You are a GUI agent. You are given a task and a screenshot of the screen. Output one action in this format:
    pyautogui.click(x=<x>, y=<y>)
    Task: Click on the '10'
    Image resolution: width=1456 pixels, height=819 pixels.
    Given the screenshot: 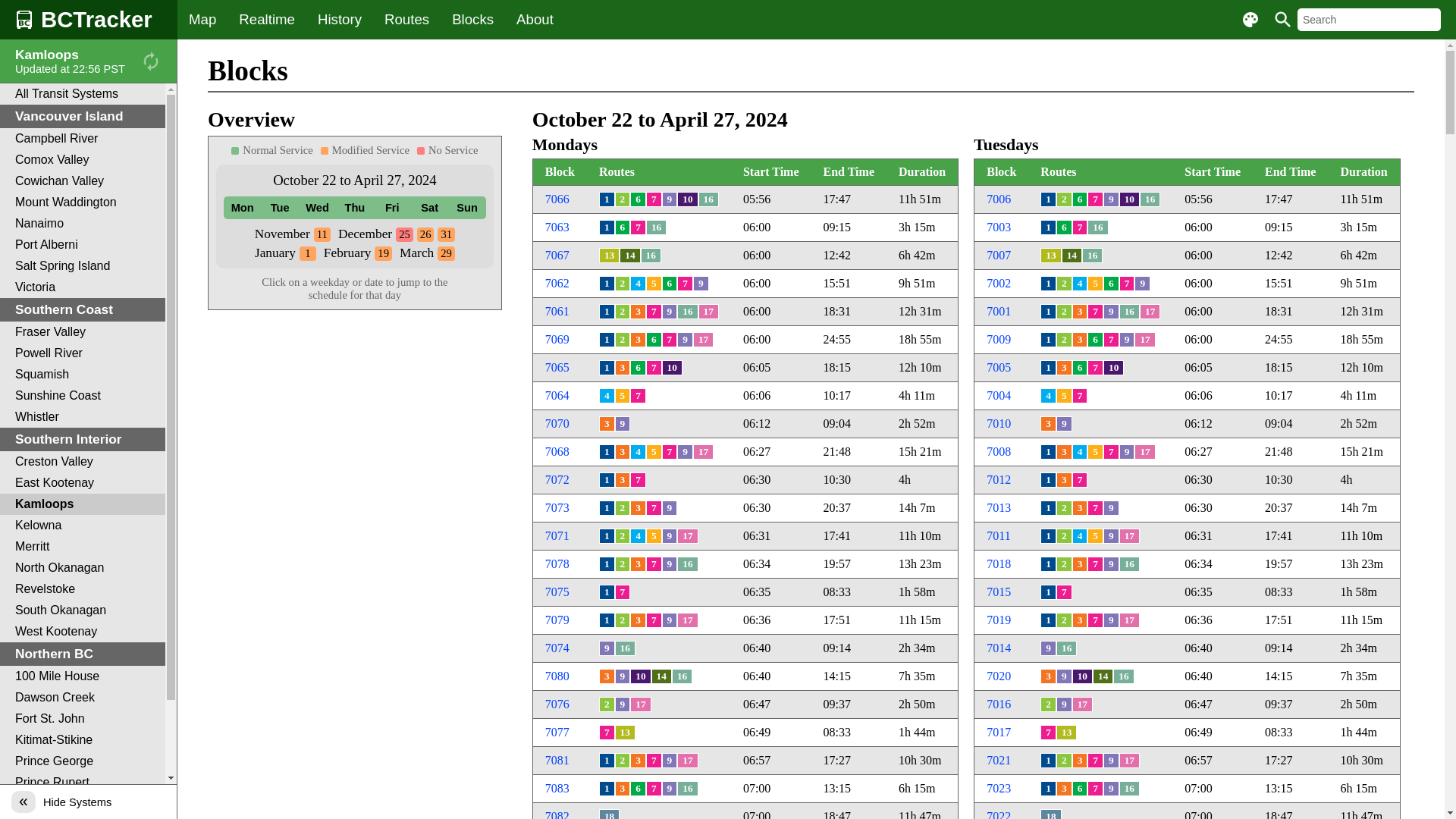 What is the action you would take?
    pyautogui.click(x=640, y=675)
    